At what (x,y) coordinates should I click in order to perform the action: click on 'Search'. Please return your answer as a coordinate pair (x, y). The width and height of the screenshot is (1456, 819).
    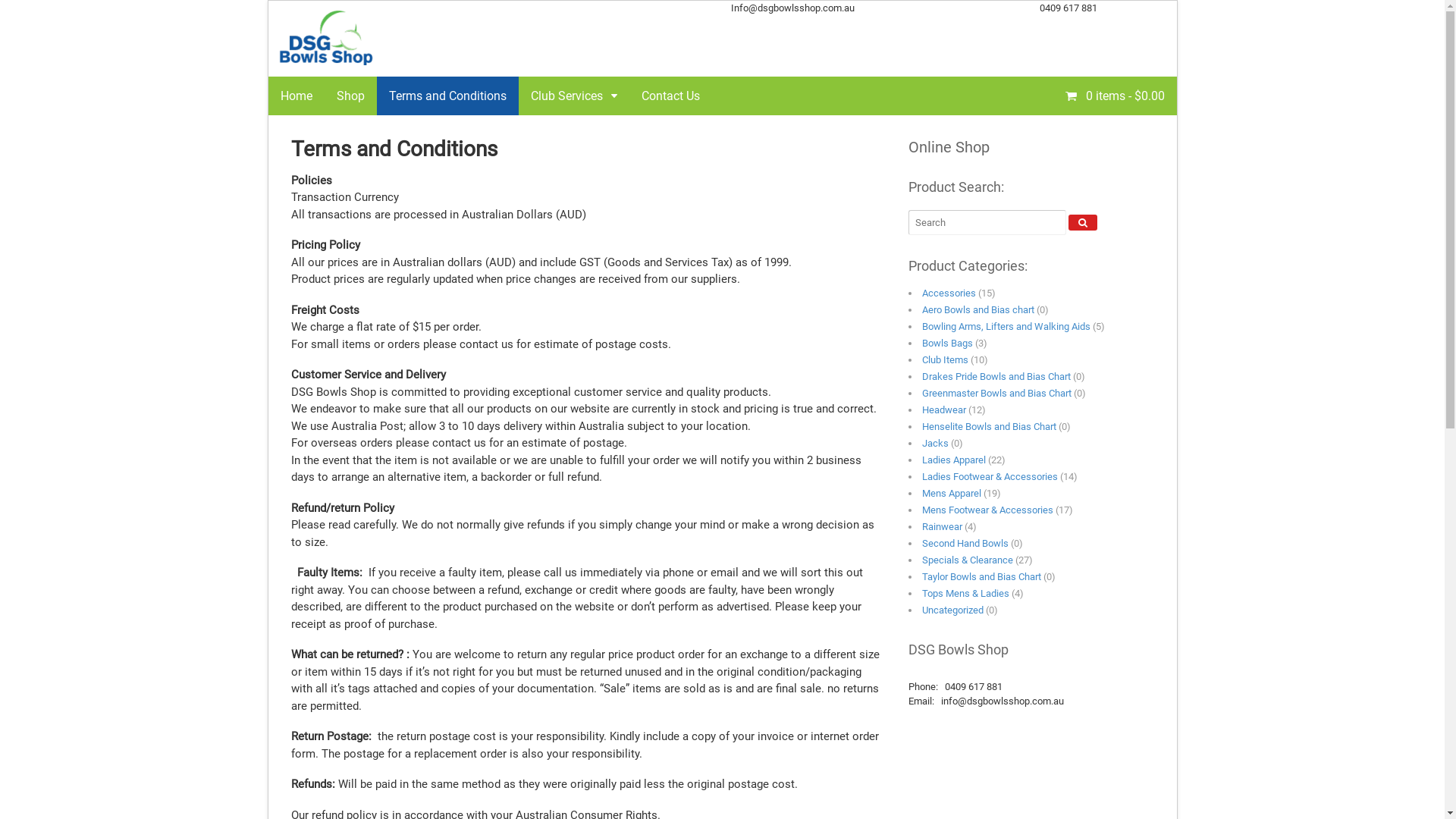
    Looking at the image, I should click on (1082, 222).